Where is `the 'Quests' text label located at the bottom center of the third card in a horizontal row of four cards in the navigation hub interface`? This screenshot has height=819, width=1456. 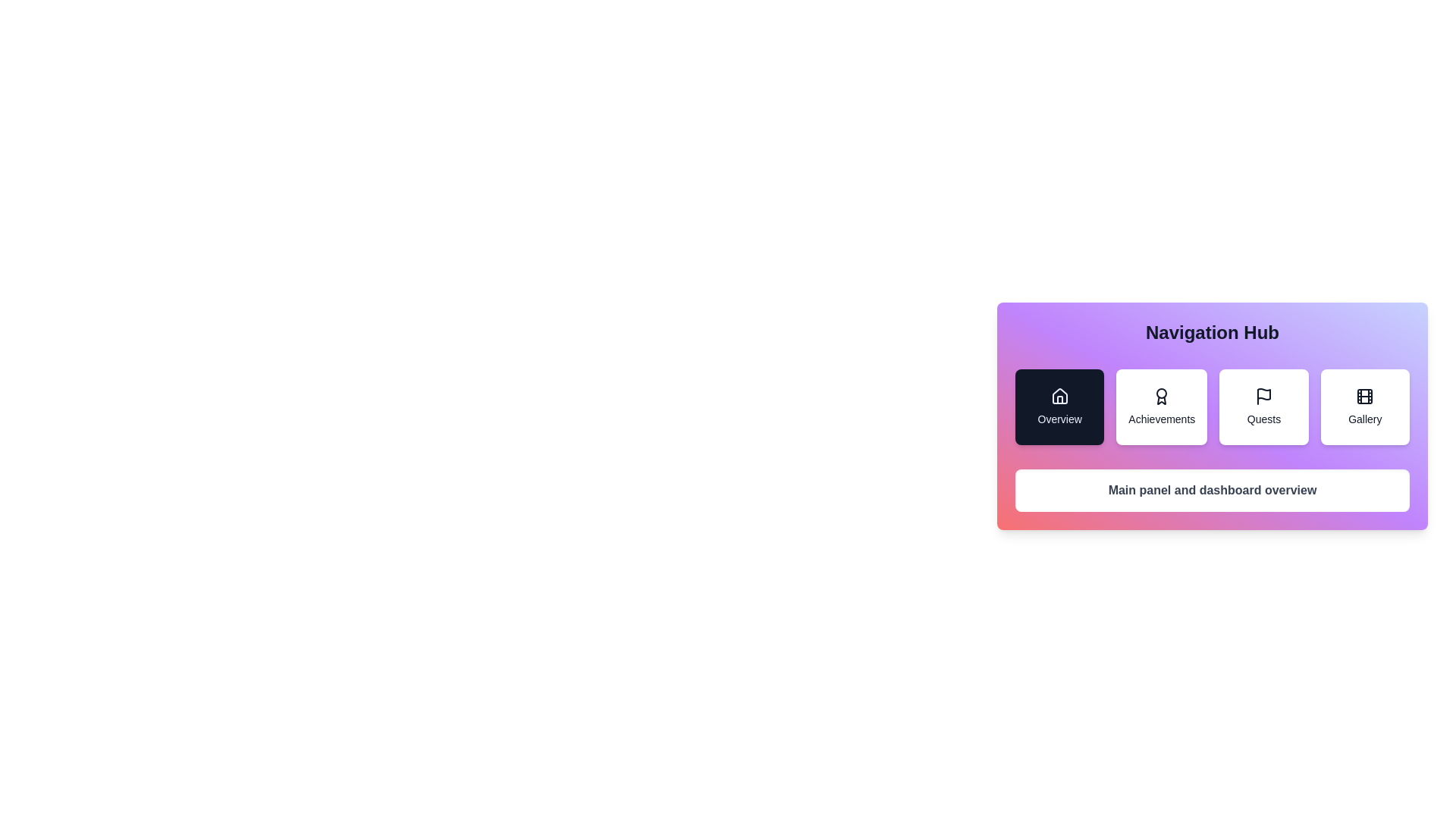 the 'Quests' text label located at the bottom center of the third card in a horizontal row of four cards in the navigation hub interface is located at coordinates (1263, 419).